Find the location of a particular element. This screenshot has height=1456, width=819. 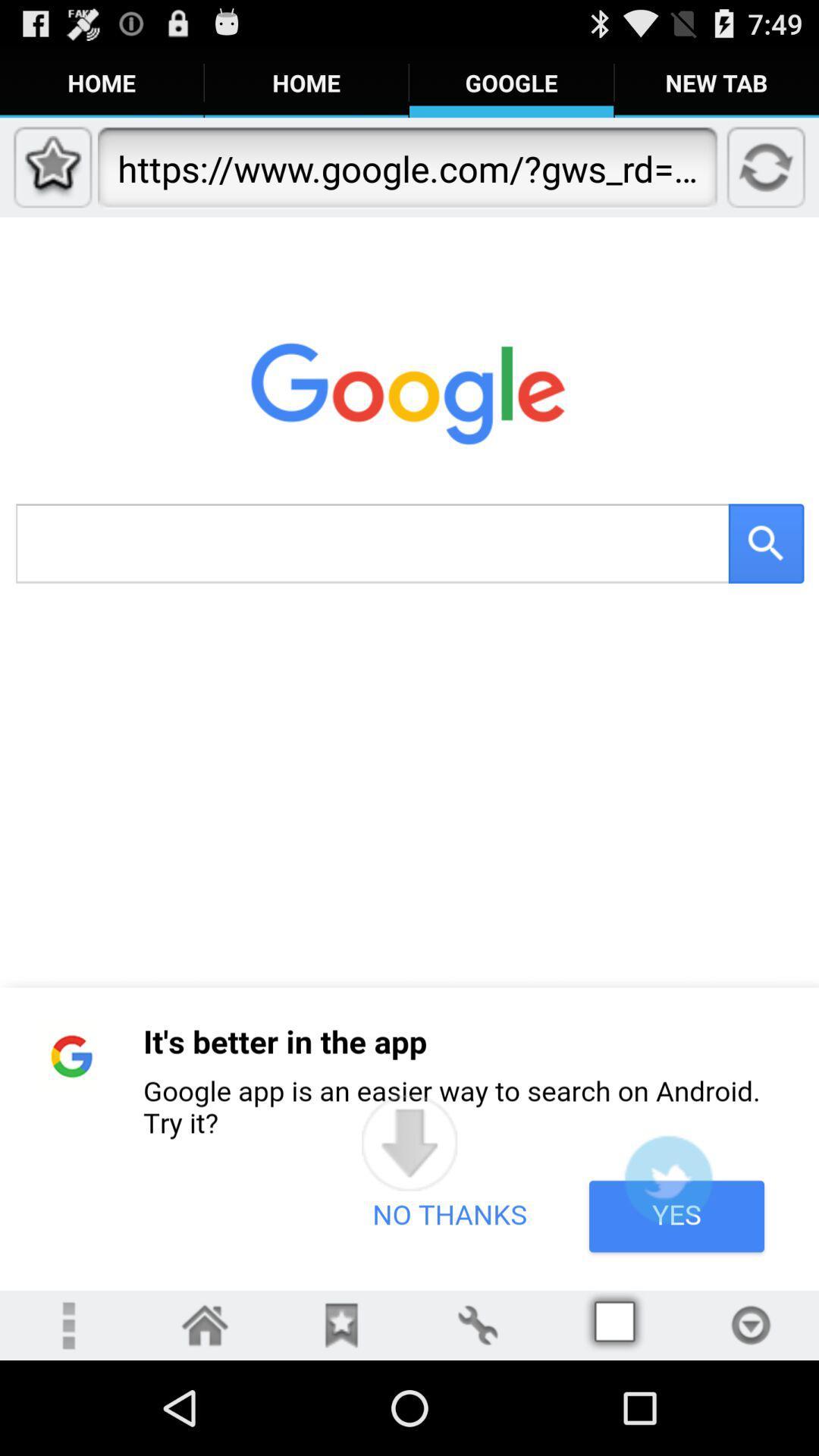

star icon is located at coordinates (341, 1324).